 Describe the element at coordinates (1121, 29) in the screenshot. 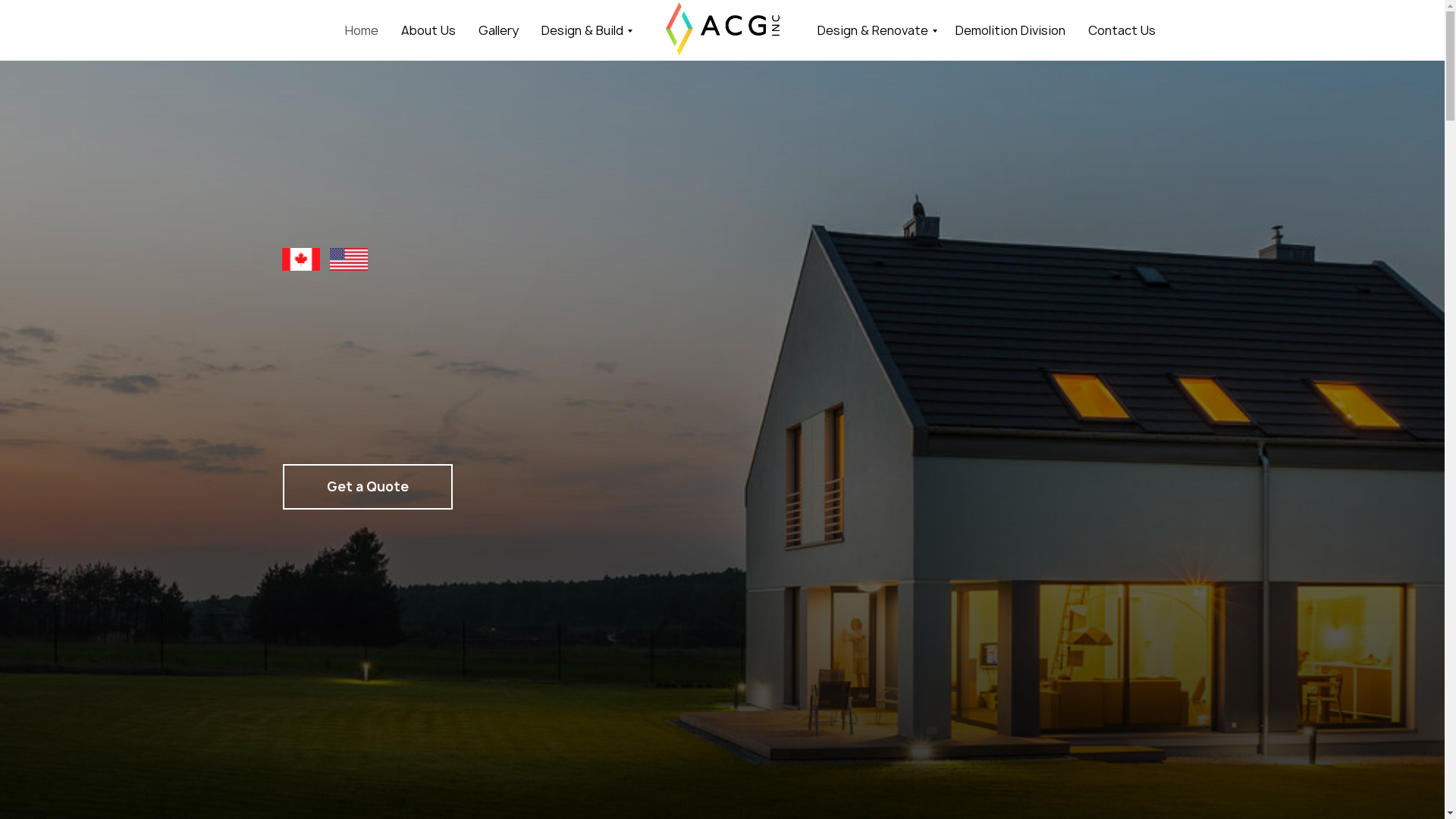

I see `'Contact Us'` at that location.